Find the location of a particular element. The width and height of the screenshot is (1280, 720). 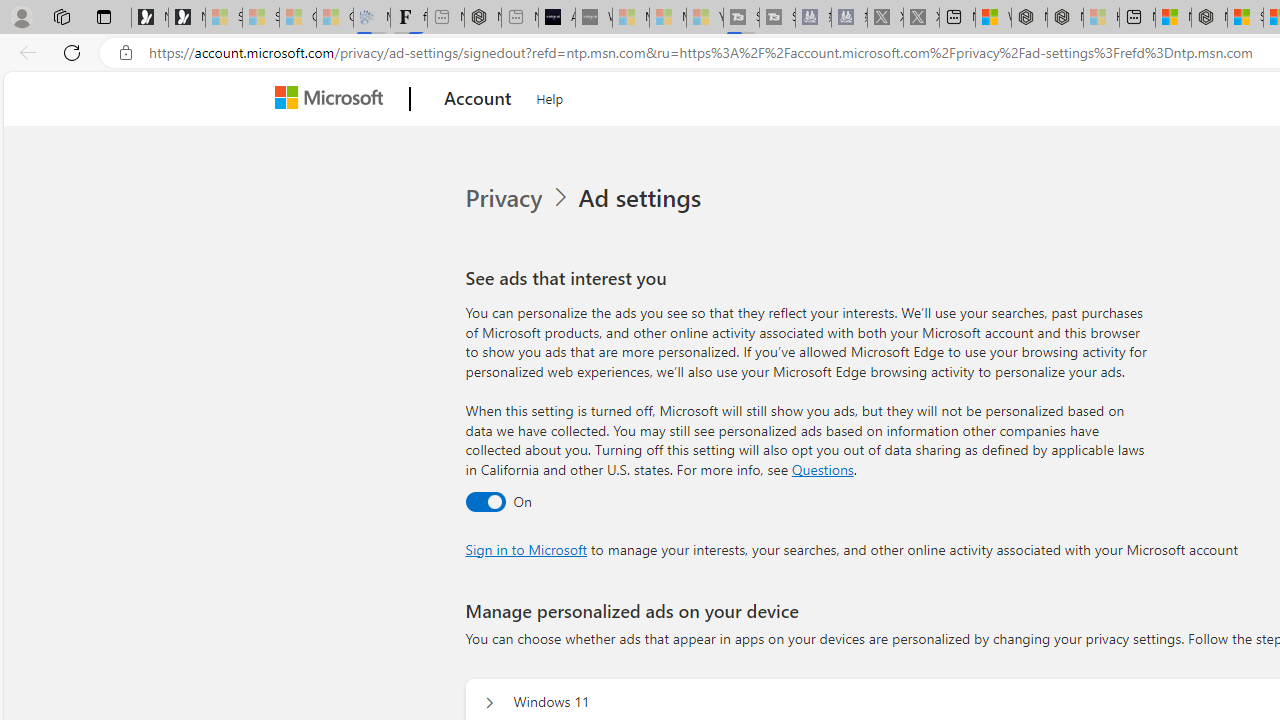

'Go to Questions section' is located at coordinates (822, 469).